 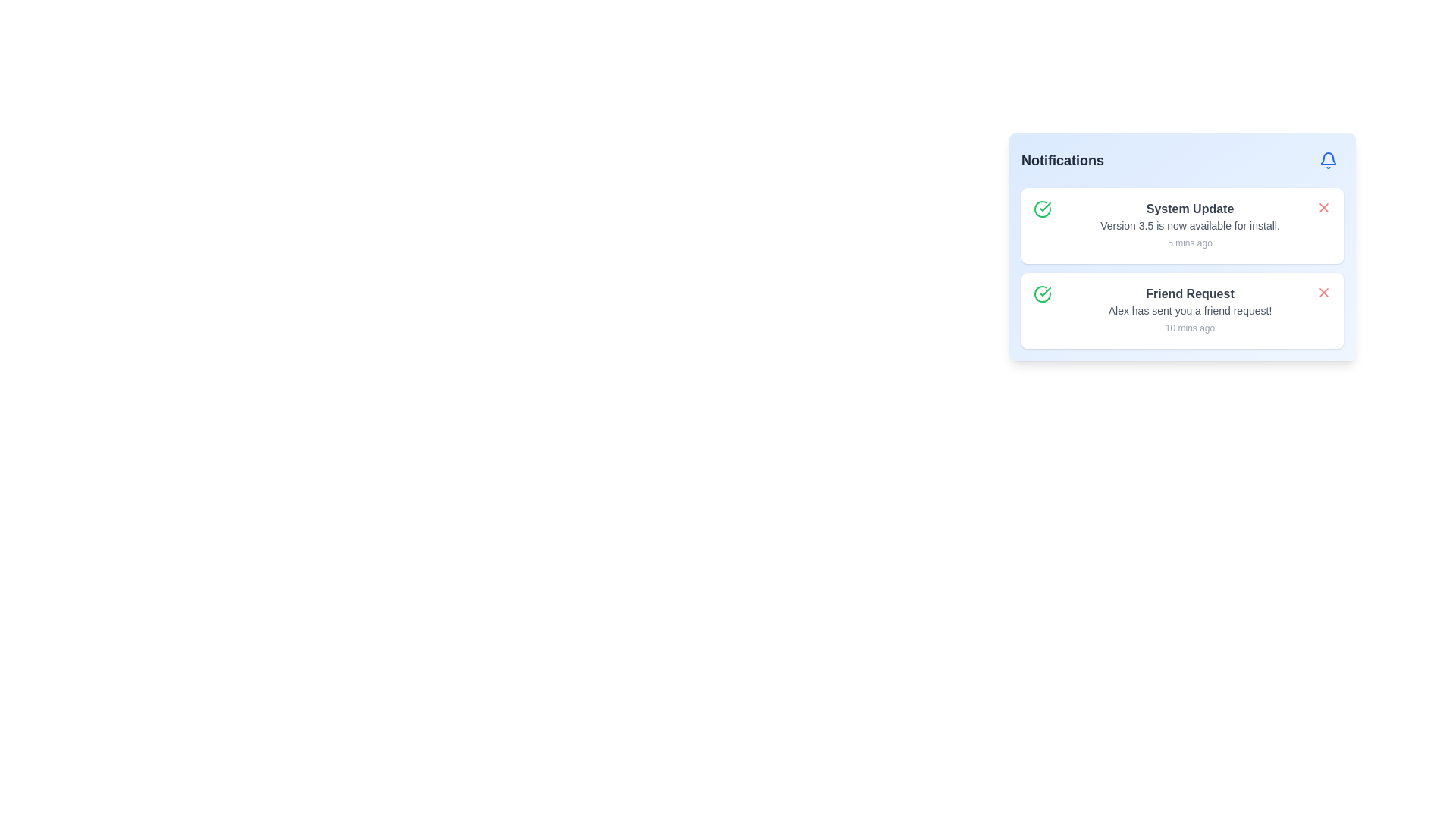 What do you see at coordinates (1189, 309) in the screenshot?
I see `the text label that describes the friend request notification from Alex, located in the second notification card of the notification panel` at bounding box center [1189, 309].